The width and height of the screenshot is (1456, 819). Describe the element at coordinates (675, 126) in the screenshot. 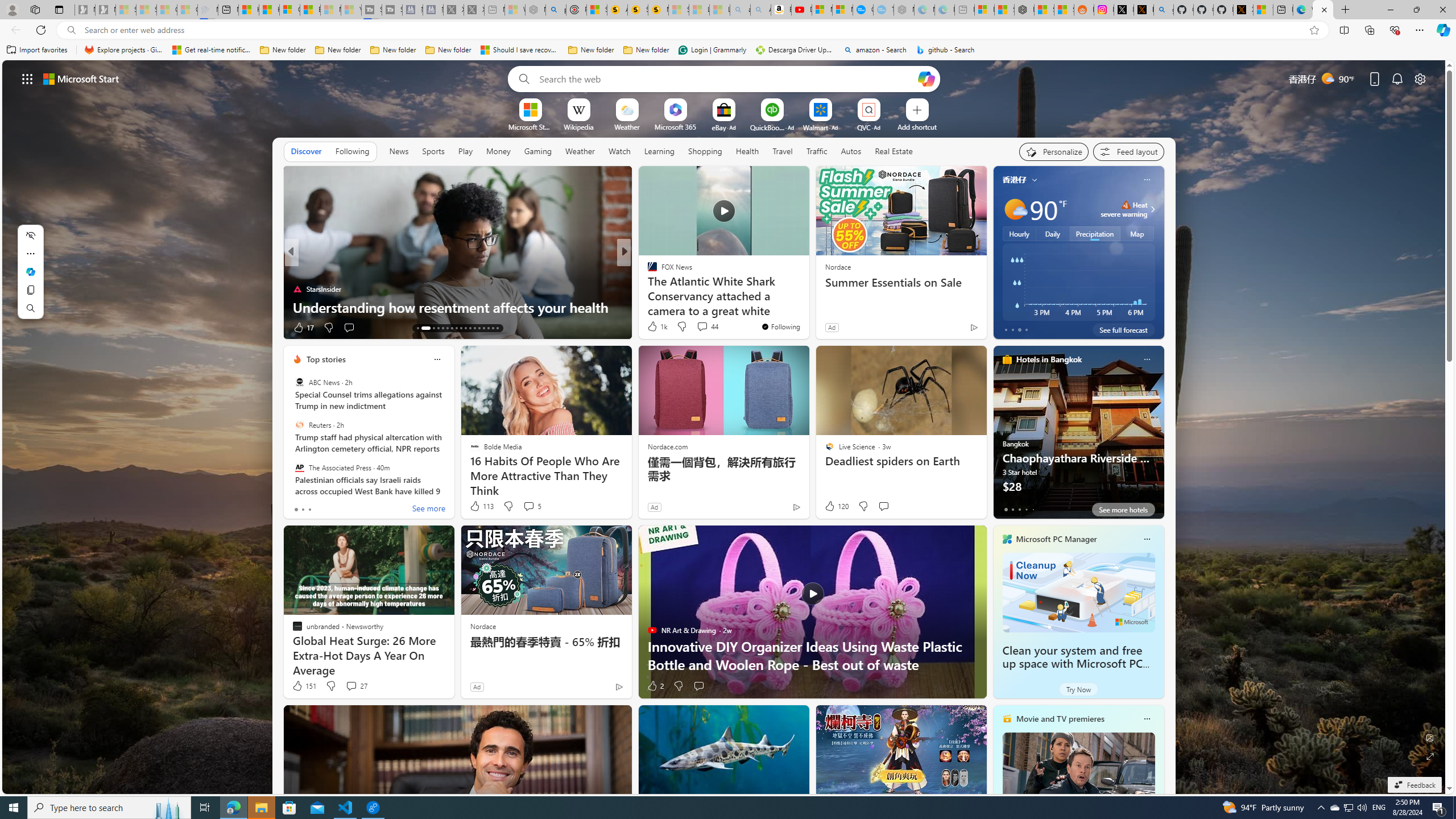

I see `'Microsoft 365'` at that location.